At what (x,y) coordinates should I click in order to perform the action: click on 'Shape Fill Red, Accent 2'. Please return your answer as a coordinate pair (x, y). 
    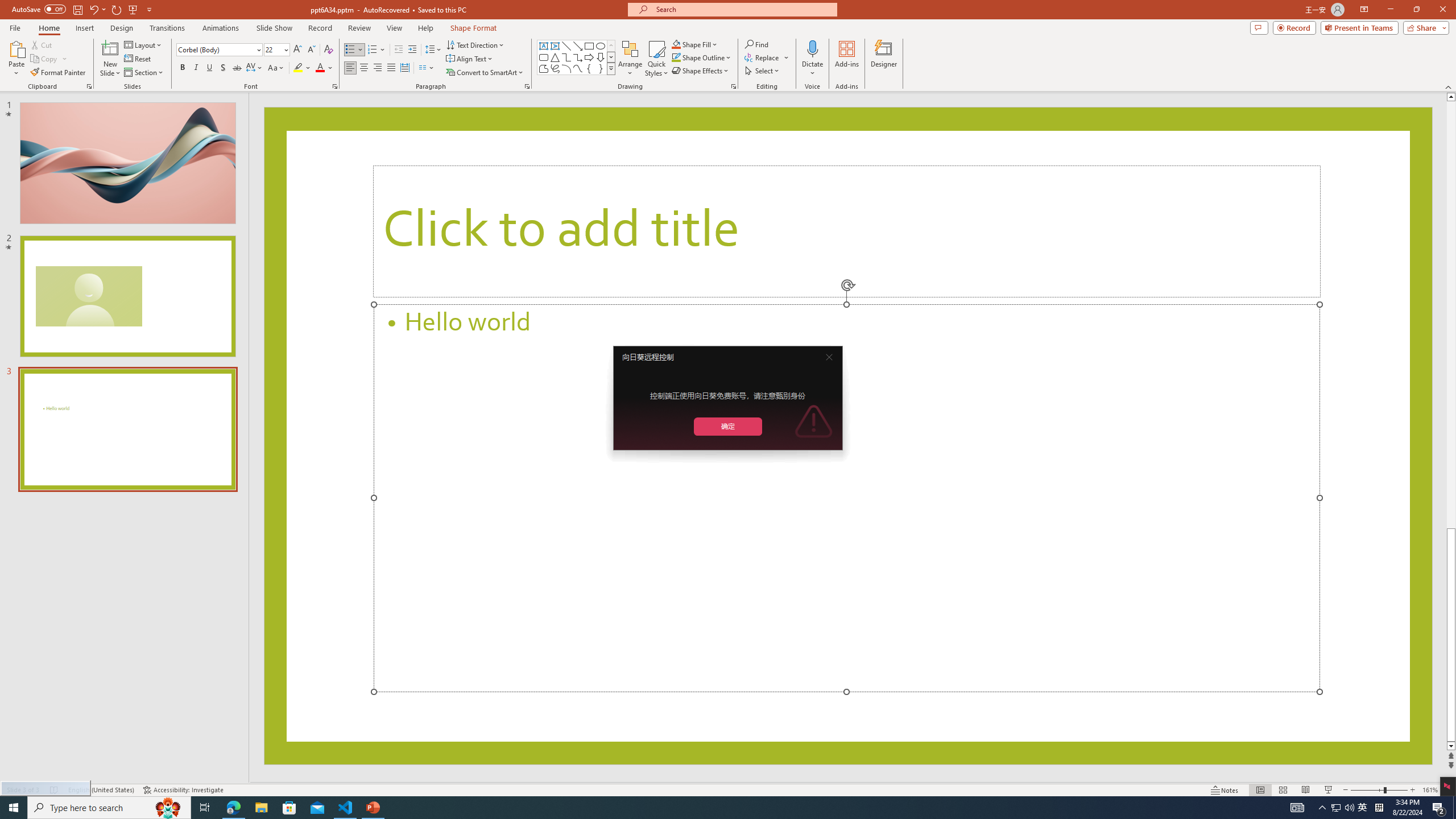
    Looking at the image, I should click on (676, 44).